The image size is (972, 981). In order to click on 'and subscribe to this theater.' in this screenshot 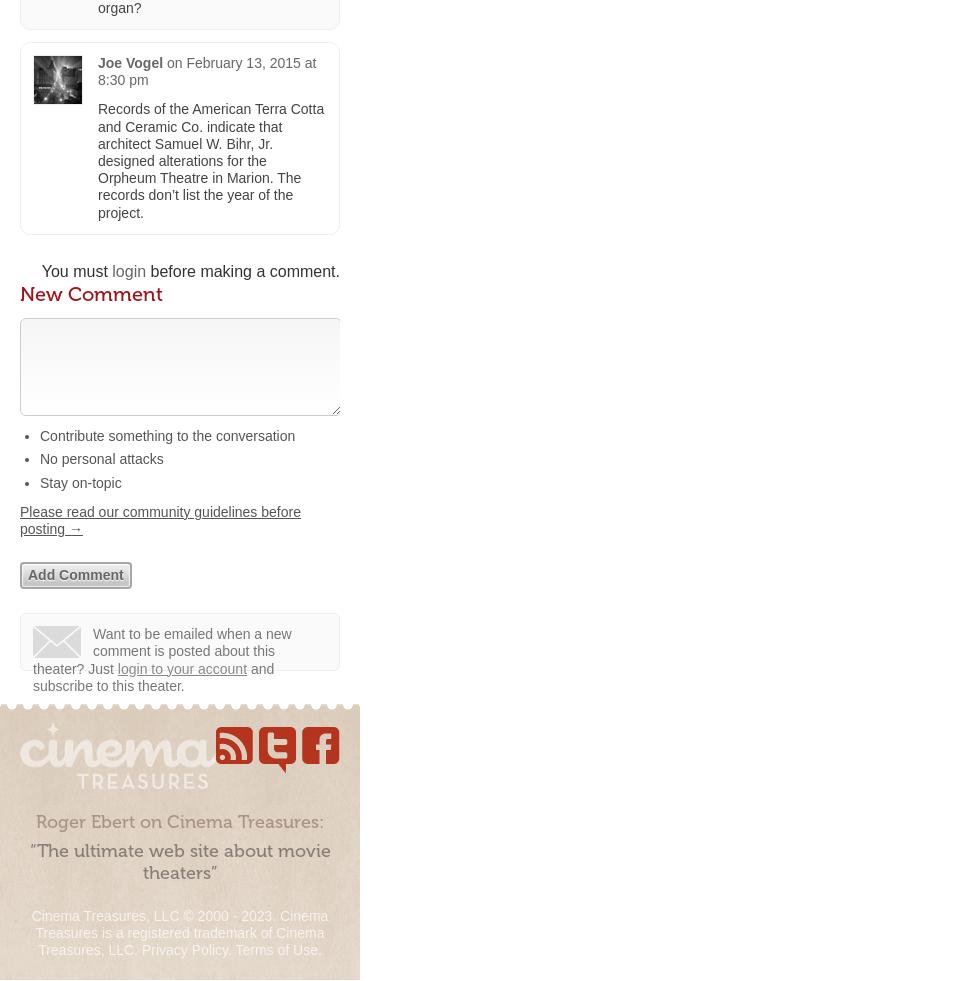, I will do `click(33, 676)`.